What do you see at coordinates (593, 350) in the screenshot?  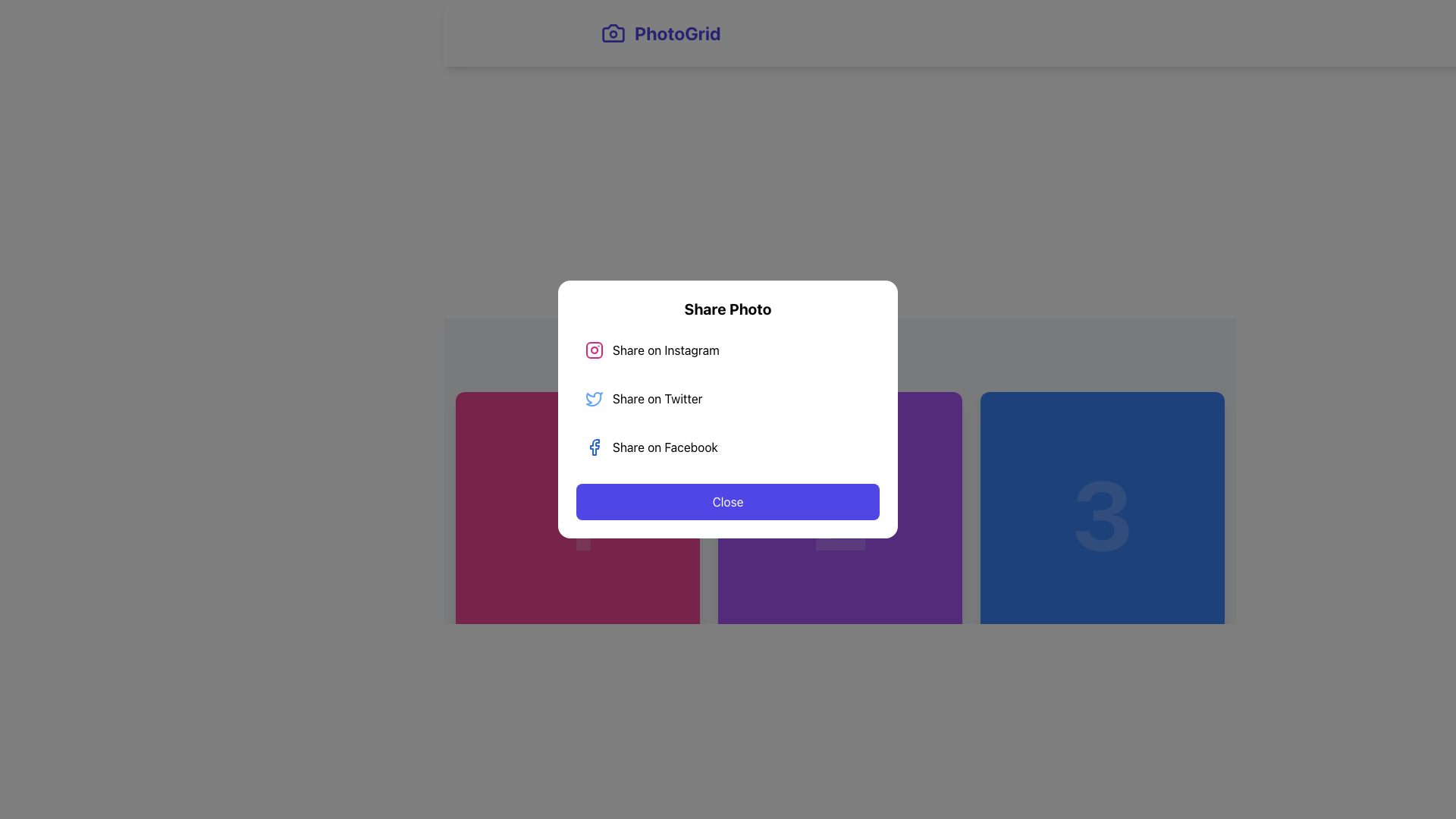 I see `the Instagram sharing icon located in the top row of the options modal, to the left of the 'Share on Instagram' text, for tooltip or visual feedback` at bounding box center [593, 350].